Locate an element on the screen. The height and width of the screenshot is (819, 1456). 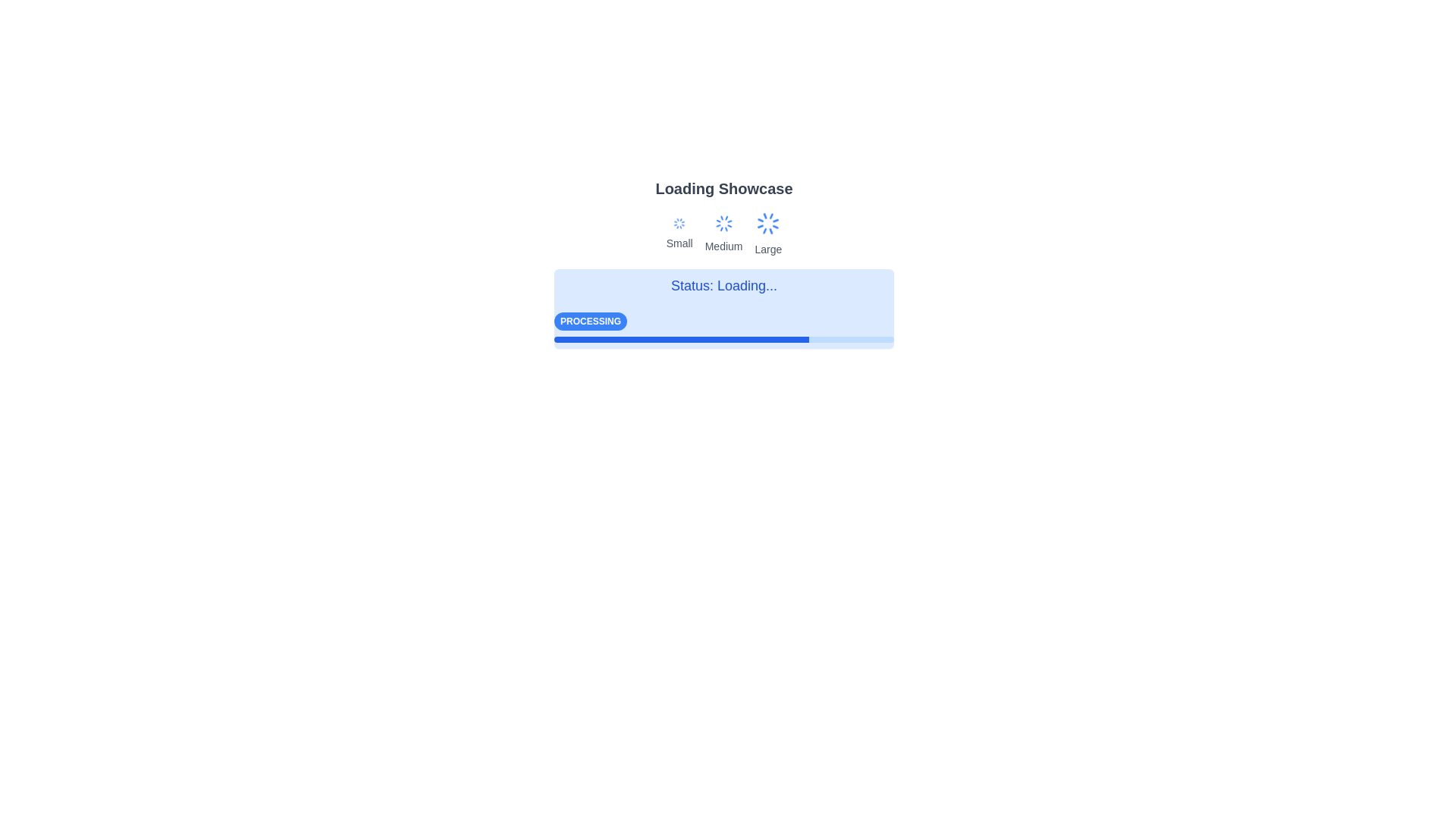
the animation of the loading state represented by the animated loader icon and text label for the 'Small' category, located at the leftmost position in the row of components is located at coordinates (679, 234).